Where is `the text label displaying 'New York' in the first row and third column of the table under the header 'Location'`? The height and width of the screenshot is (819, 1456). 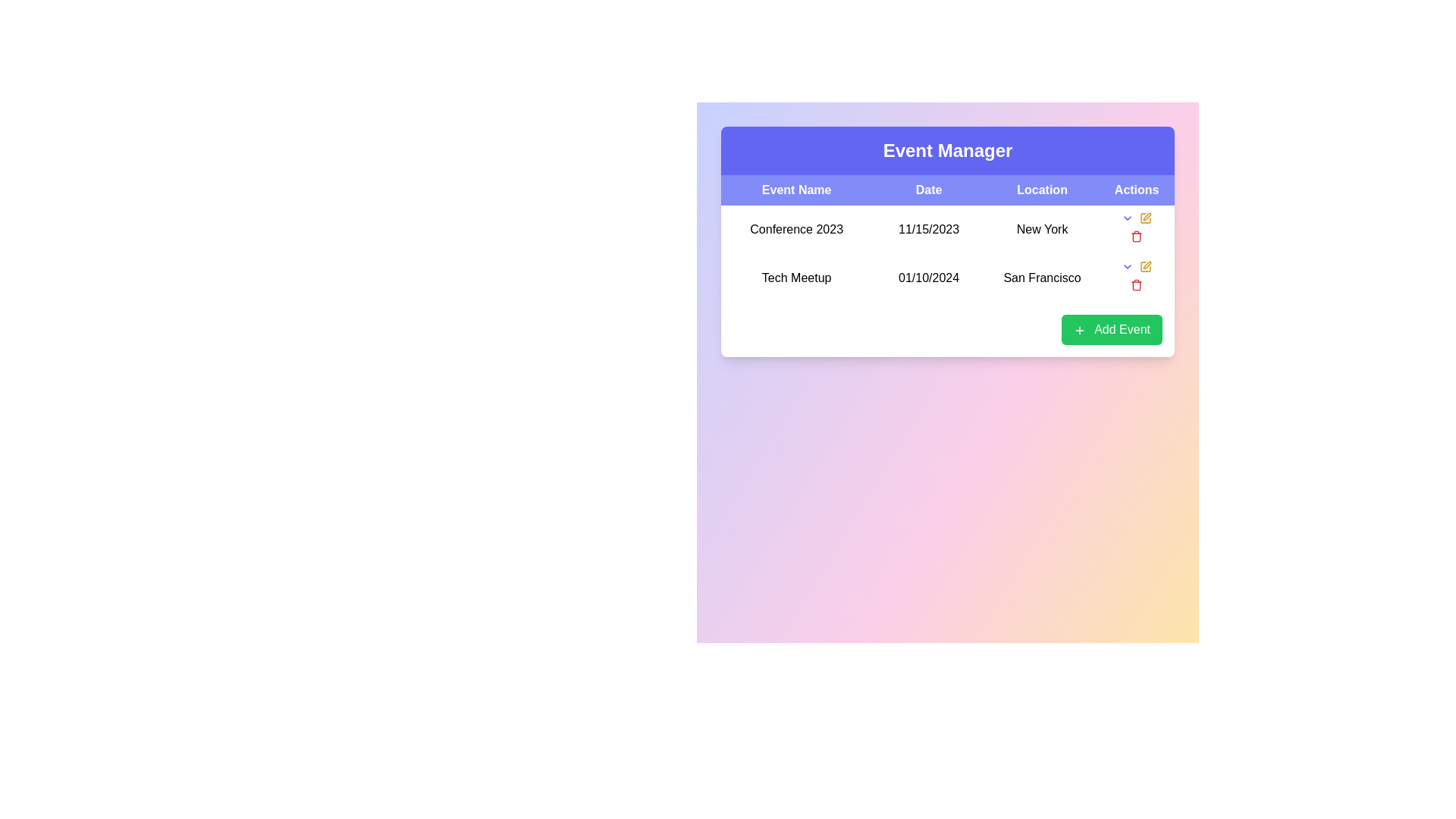 the text label displaying 'New York' in the first row and third column of the table under the header 'Location' is located at coordinates (1041, 230).